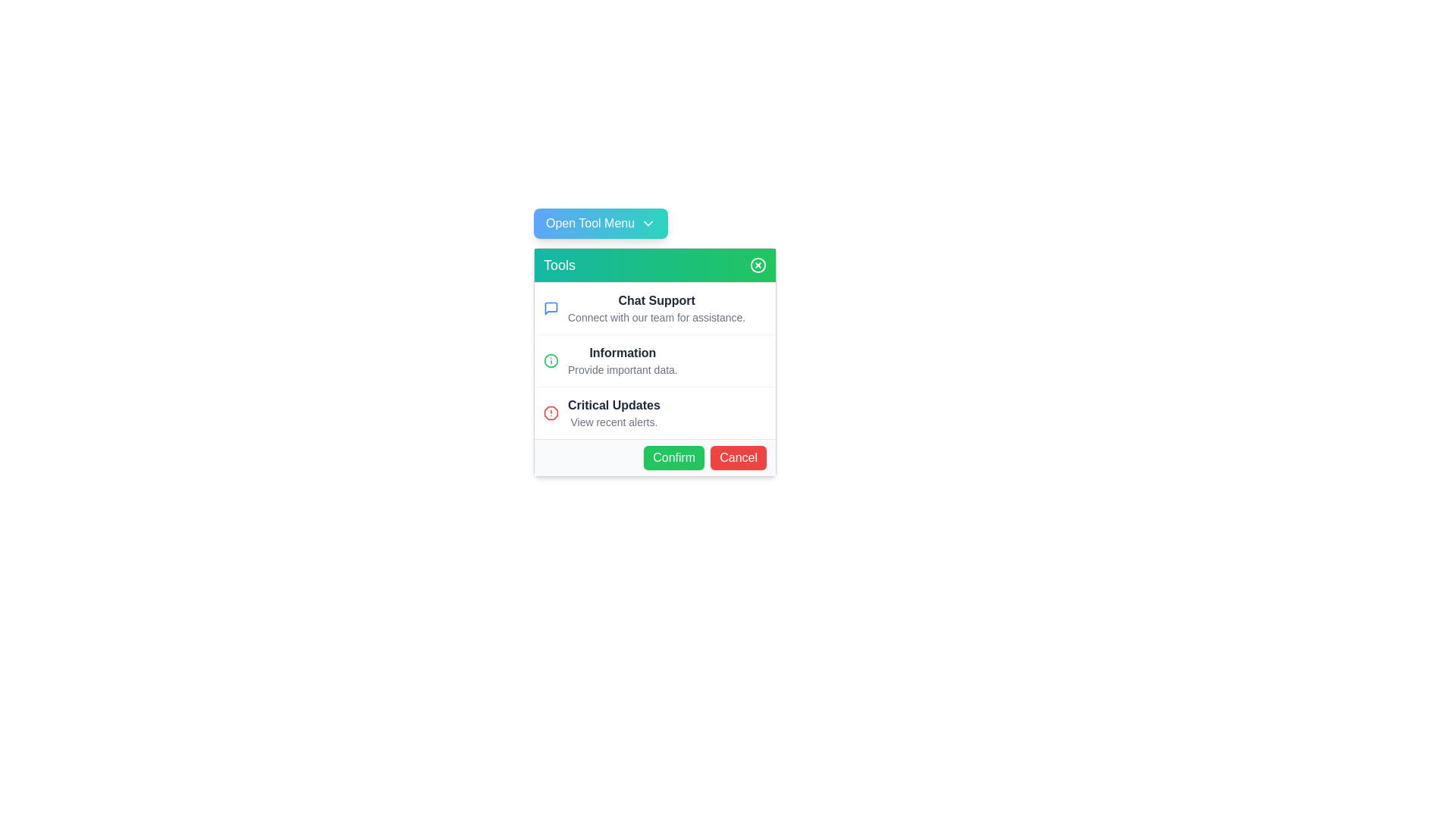 This screenshot has width=1456, height=819. I want to click on the alert icon located to the left of the 'Critical Updates' label in the 'Tools' menu, so click(550, 413).